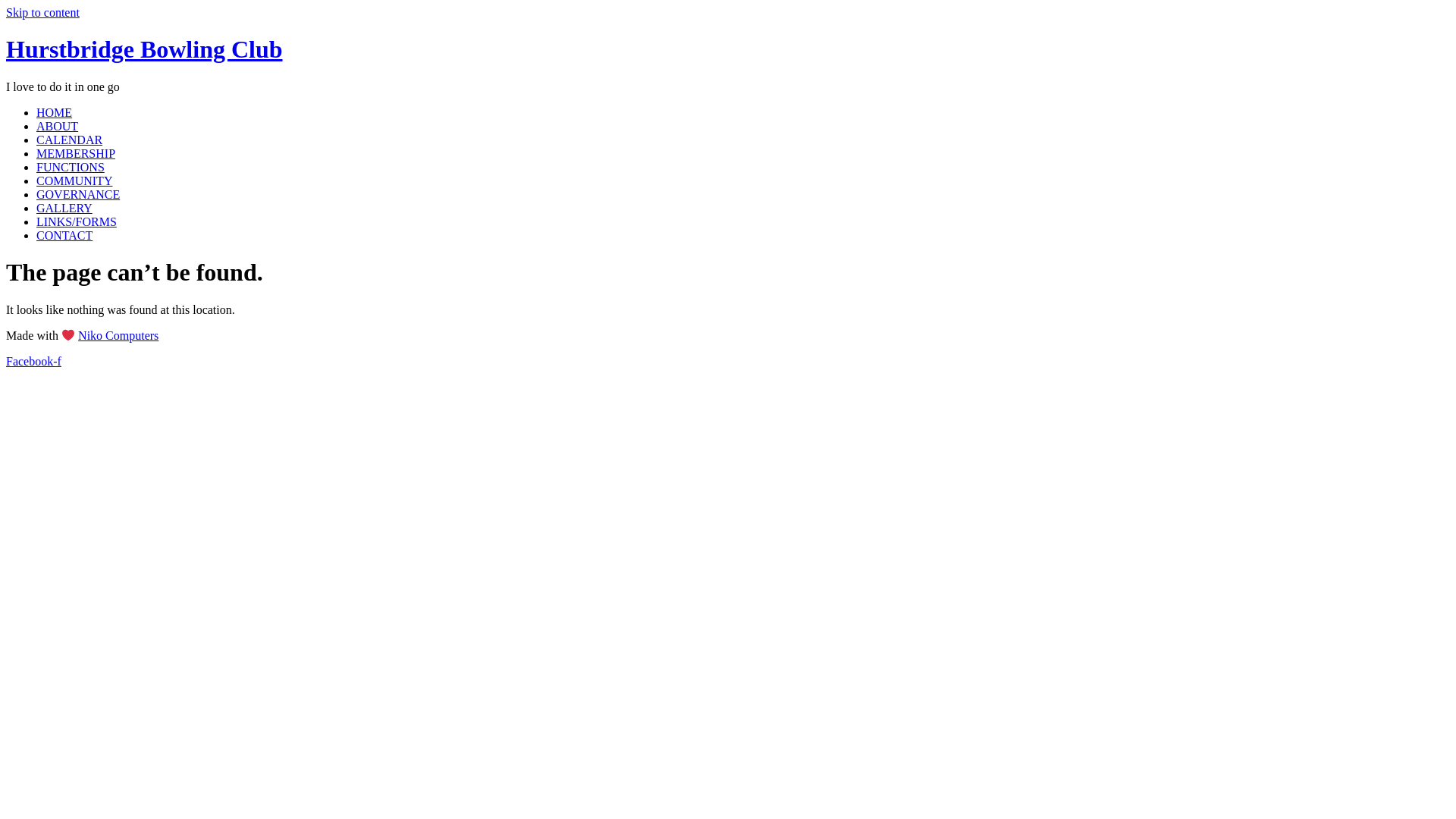 The width and height of the screenshot is (1456, 819). Describe the element at coordinates (77, 193) in the screenshot. I see `'GOVERNANCE'` at that location.